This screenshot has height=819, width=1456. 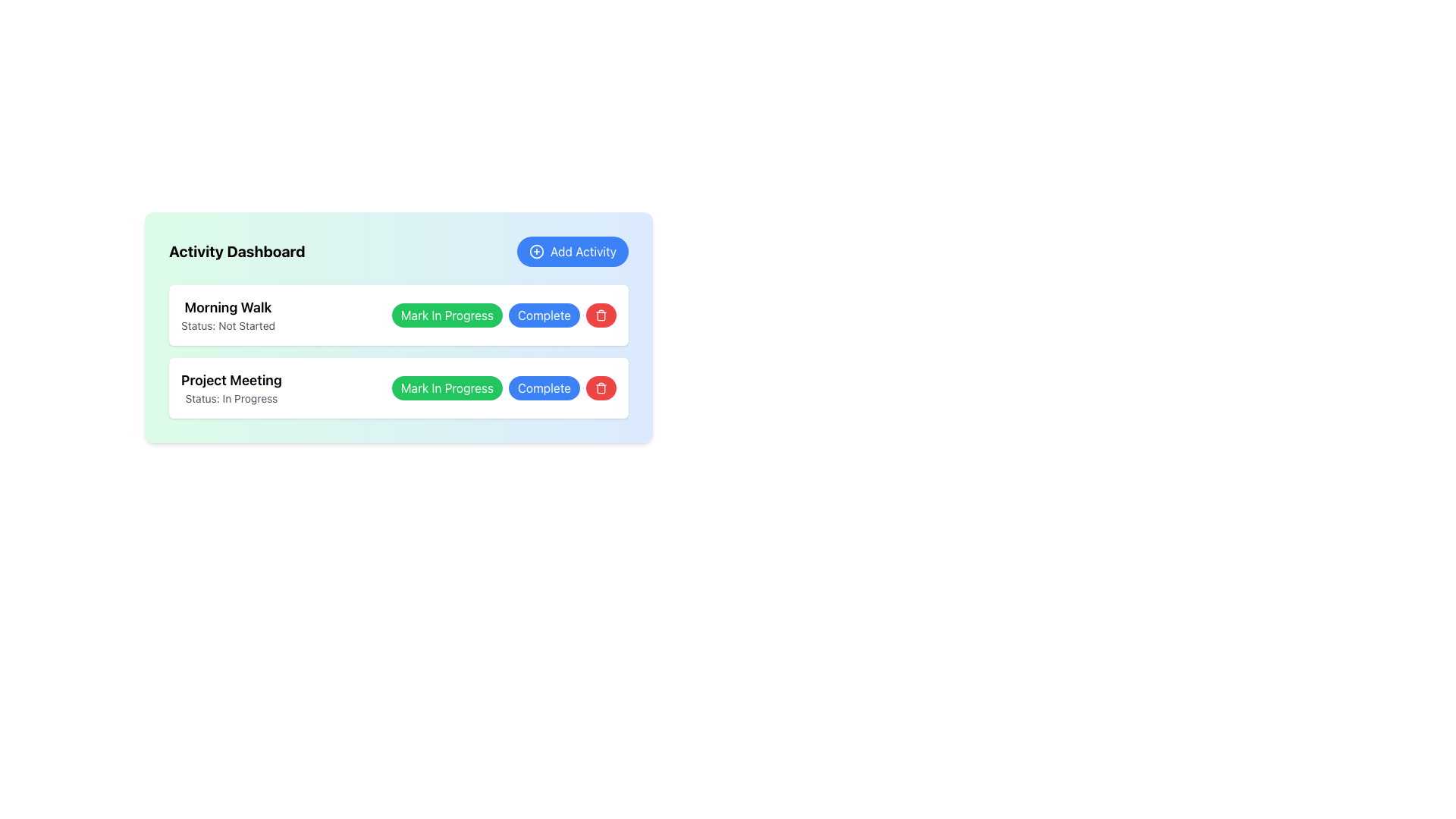 I want to click on the status text label indicating that the 'Morning Walk' activity has not yet begun, located below the 'Morning Walk' title in the upper half of the list view, so click(x=227, y=325).